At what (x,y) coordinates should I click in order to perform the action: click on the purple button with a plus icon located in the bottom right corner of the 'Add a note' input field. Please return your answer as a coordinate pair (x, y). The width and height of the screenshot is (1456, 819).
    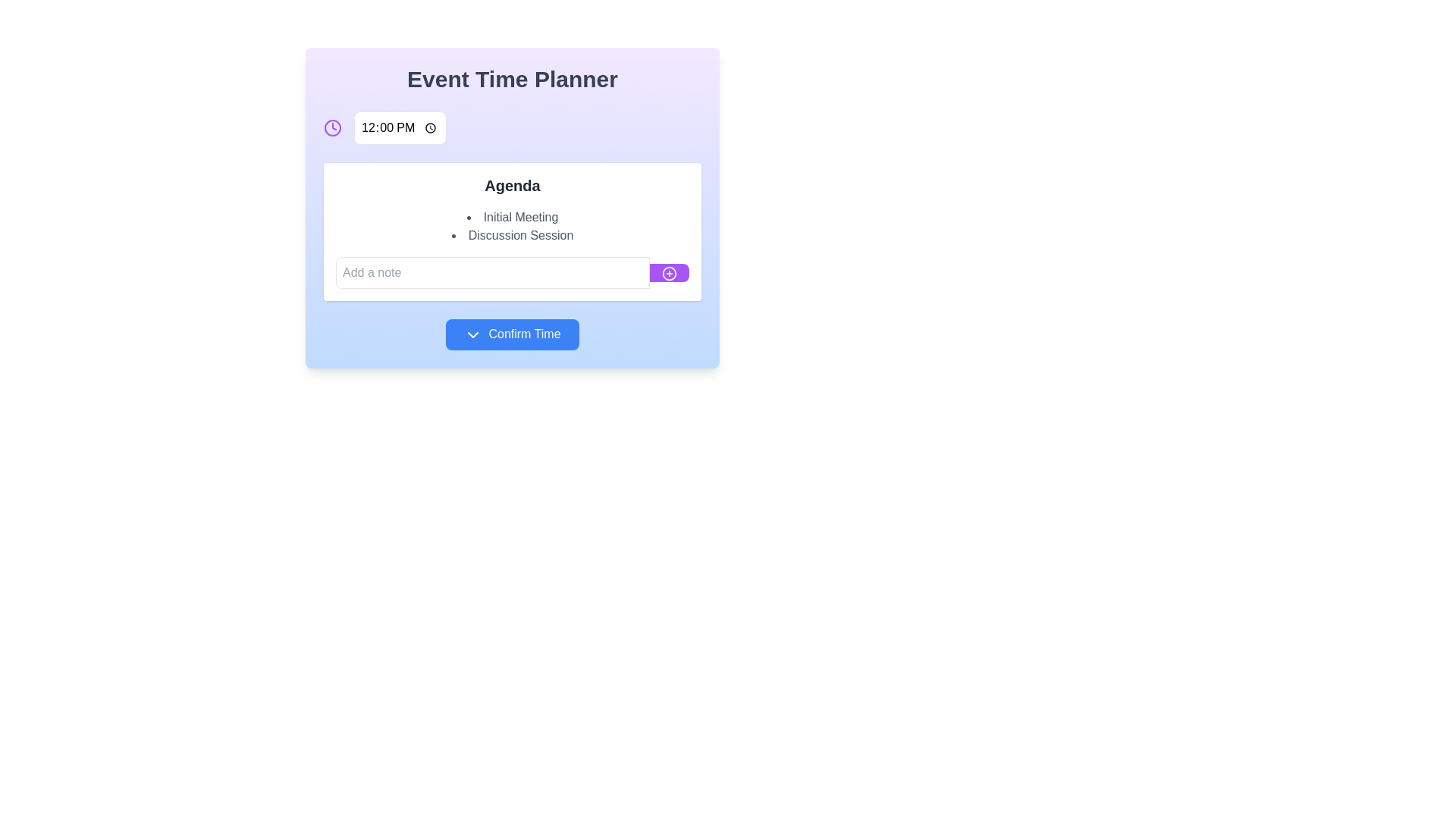
    Looking at the image, I should click on (669, 271).